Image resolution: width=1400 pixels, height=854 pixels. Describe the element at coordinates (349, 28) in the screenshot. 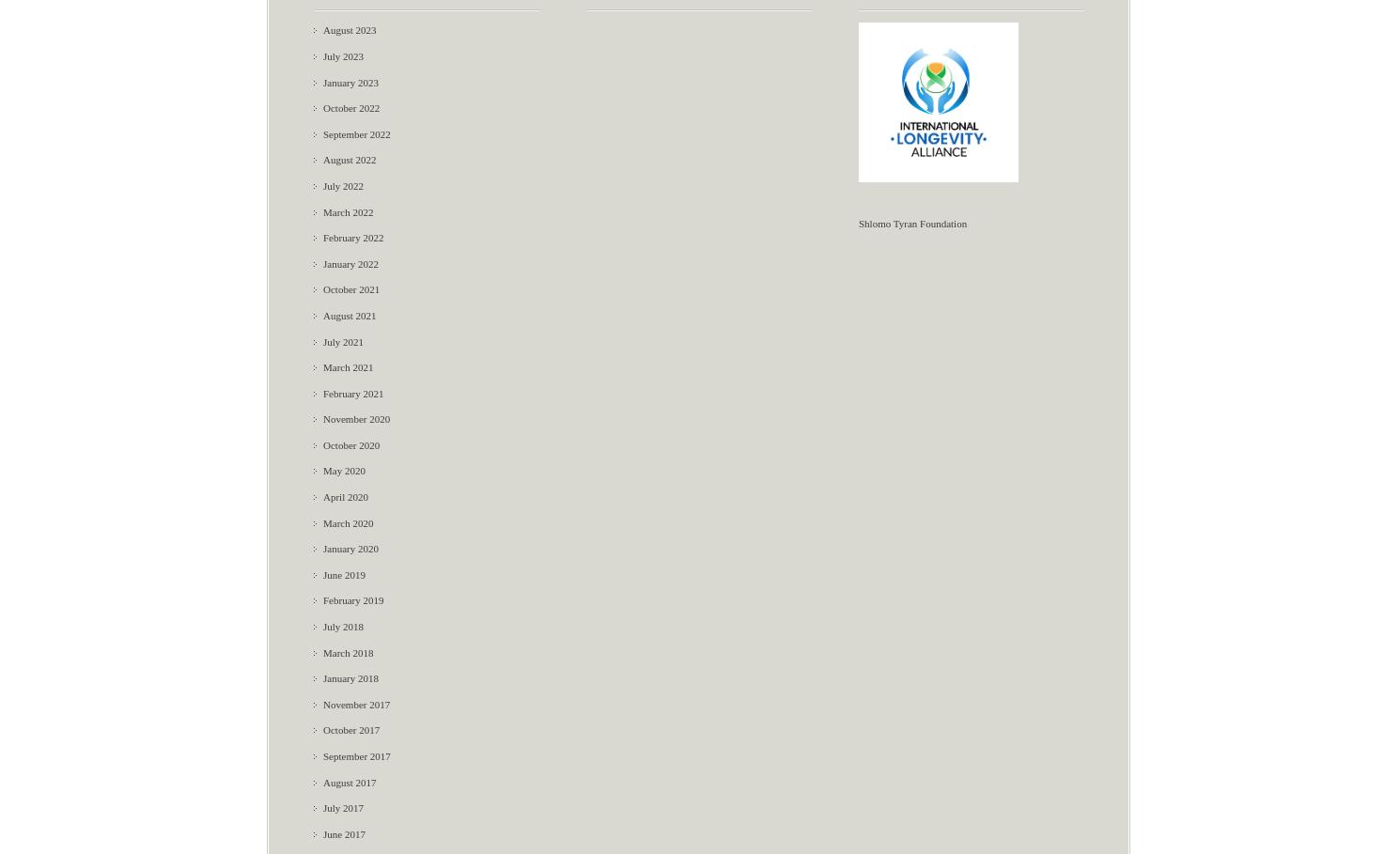

I see `'August 2023'` at that location.